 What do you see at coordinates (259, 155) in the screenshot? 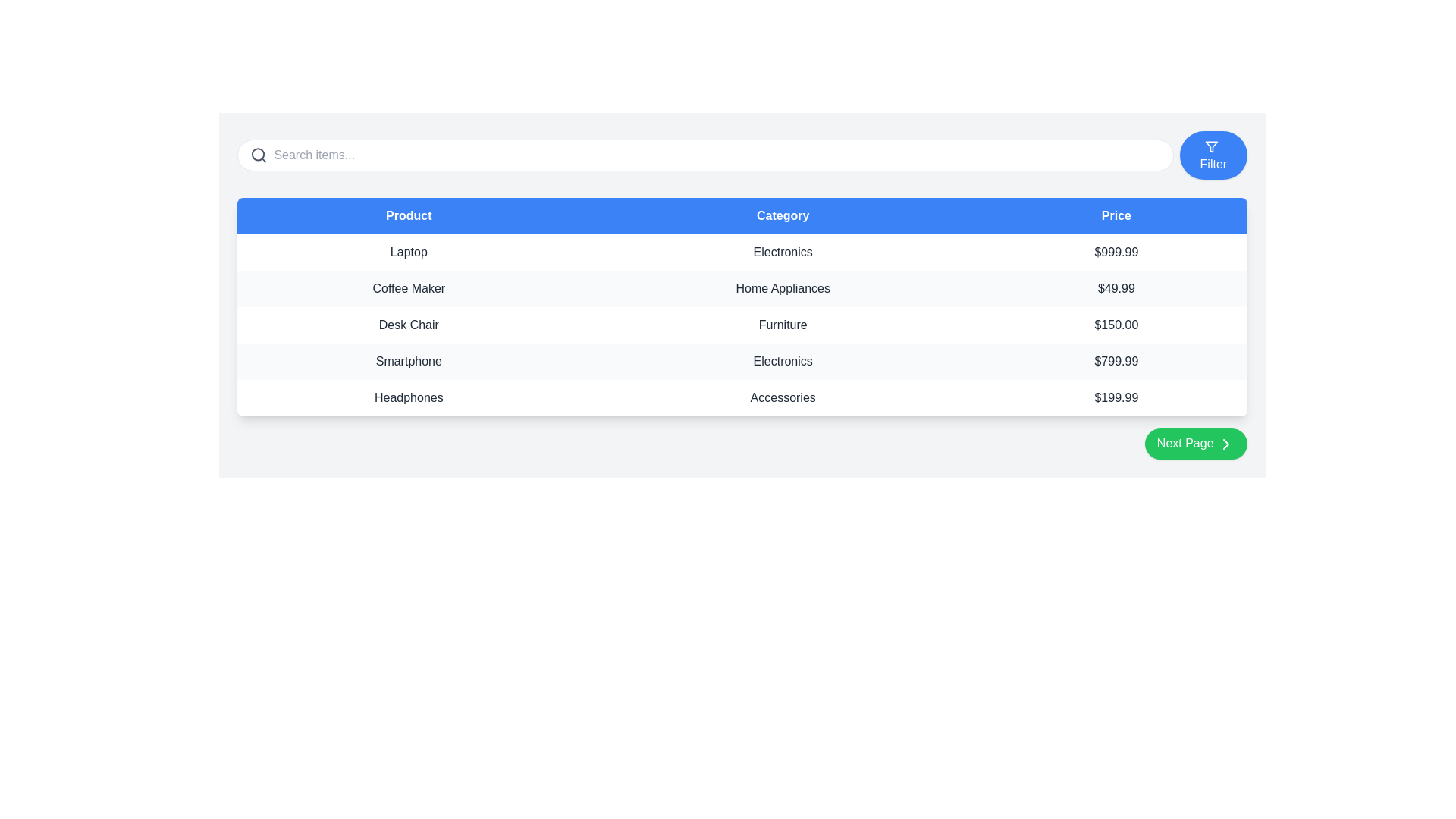
I see `the magnifying glass icon located at the leftmost side of the search bar, which represents a search action` at bounding box center [259, 155].